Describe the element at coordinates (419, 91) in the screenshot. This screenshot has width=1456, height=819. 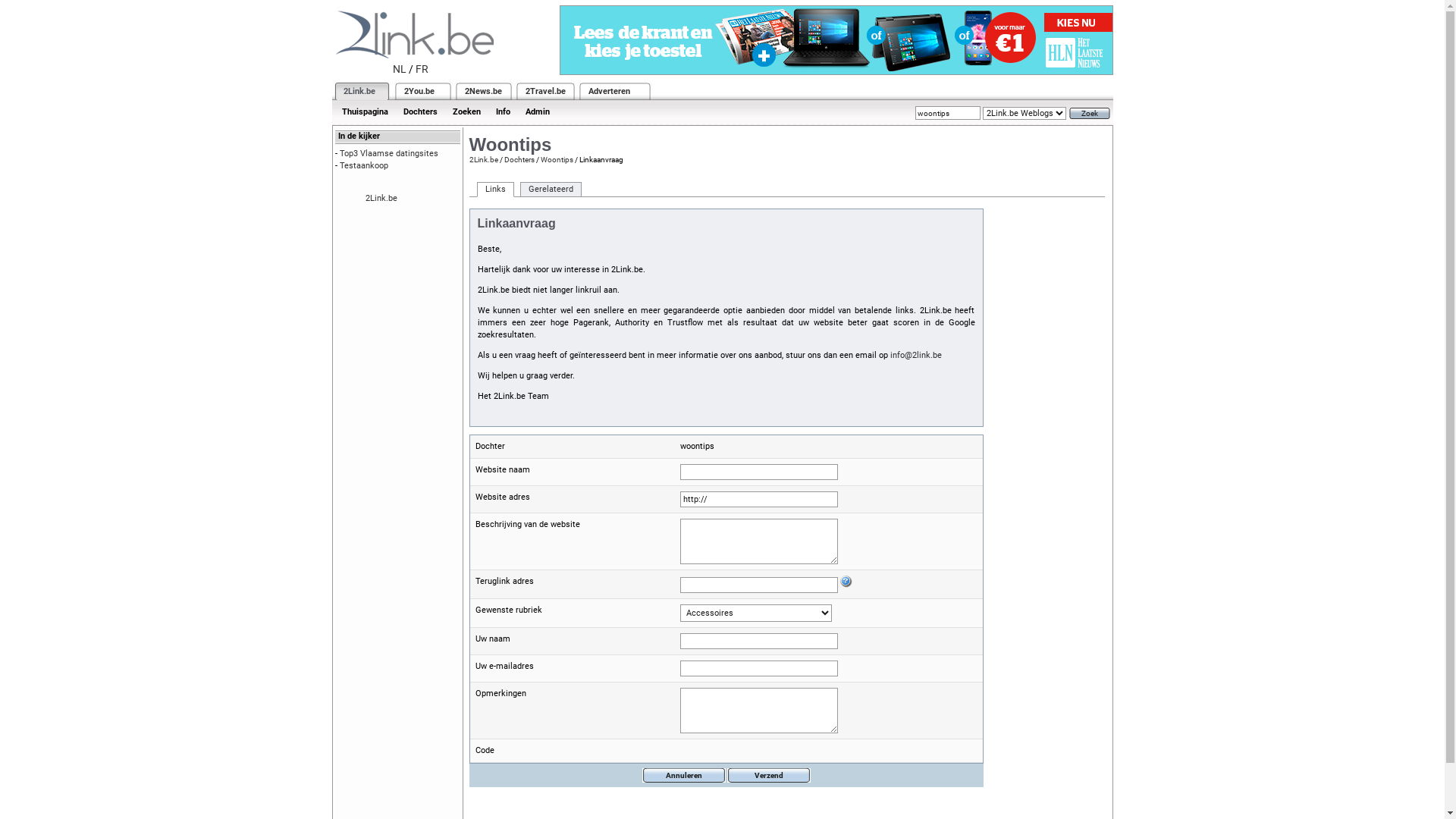
I see `'2You.be'` at that location.